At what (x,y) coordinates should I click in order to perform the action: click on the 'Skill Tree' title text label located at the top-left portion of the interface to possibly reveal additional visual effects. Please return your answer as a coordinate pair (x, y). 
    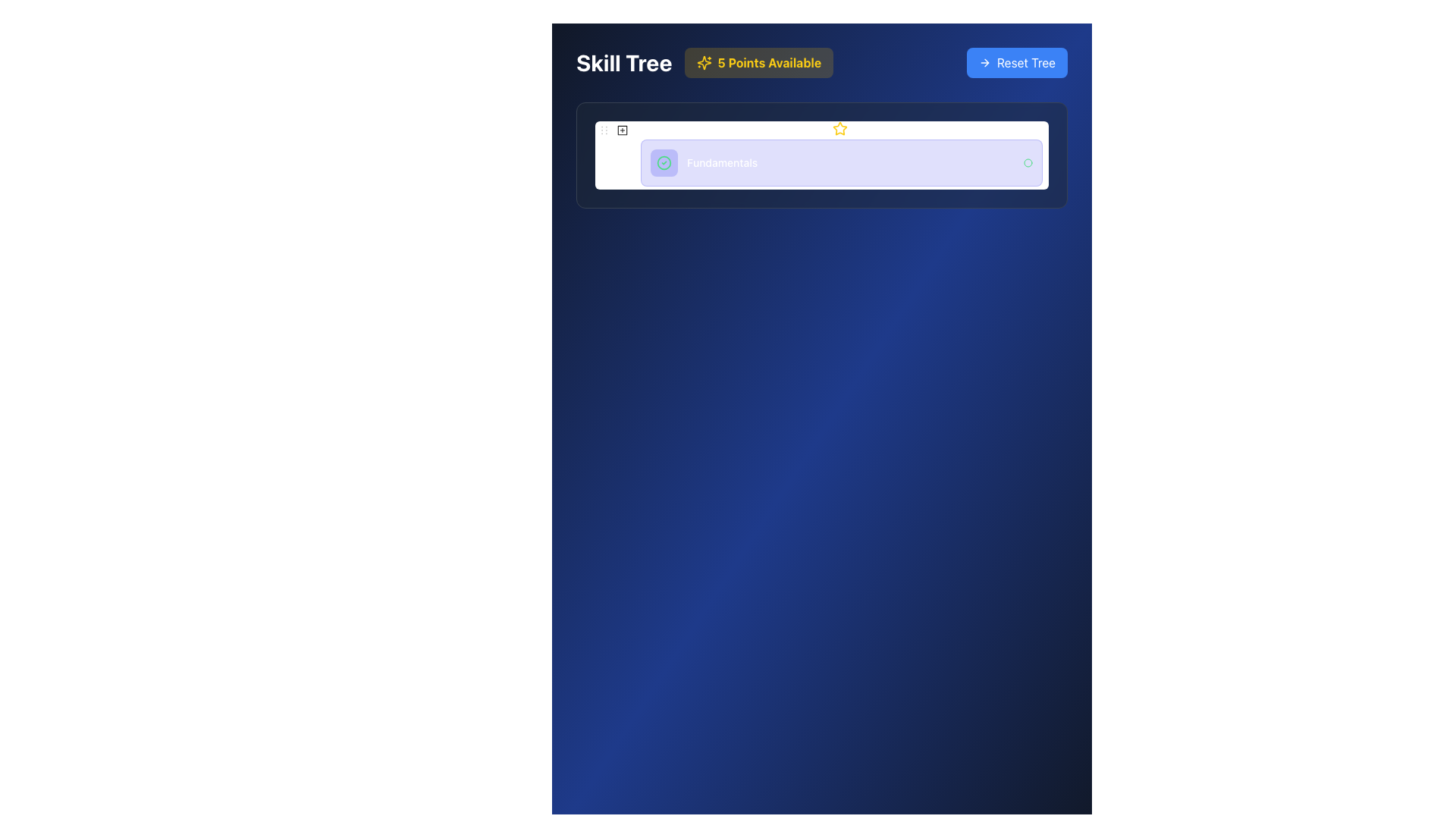
    Looking at the image, I should click on (624, 62).